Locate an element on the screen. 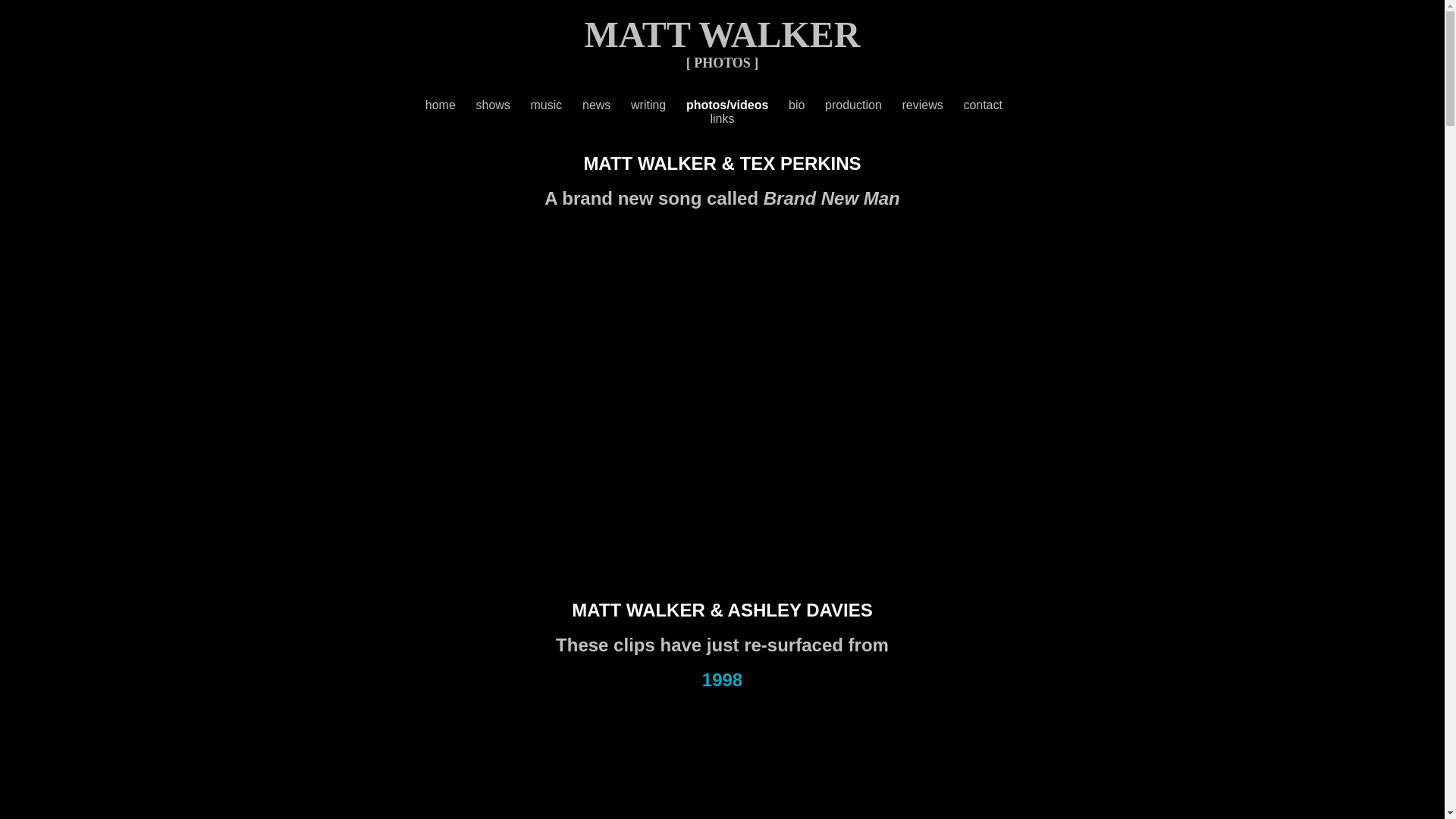 The image size is (1456, 819). 'writing     ' is located at coordinates (658, 104).